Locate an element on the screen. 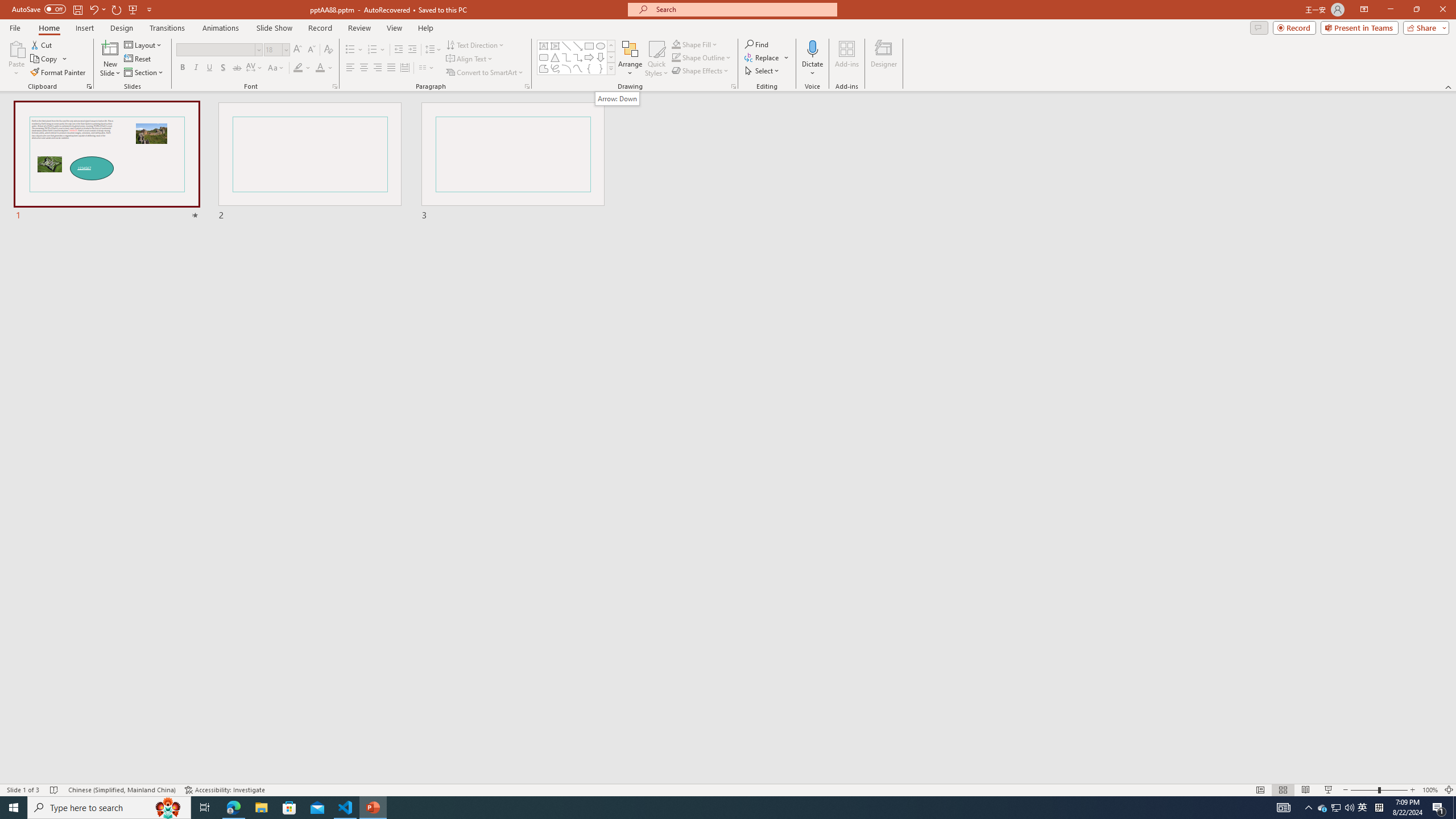 The image size is (1456, 819). 'Line Spacing' is located at coordinates (433, 49).